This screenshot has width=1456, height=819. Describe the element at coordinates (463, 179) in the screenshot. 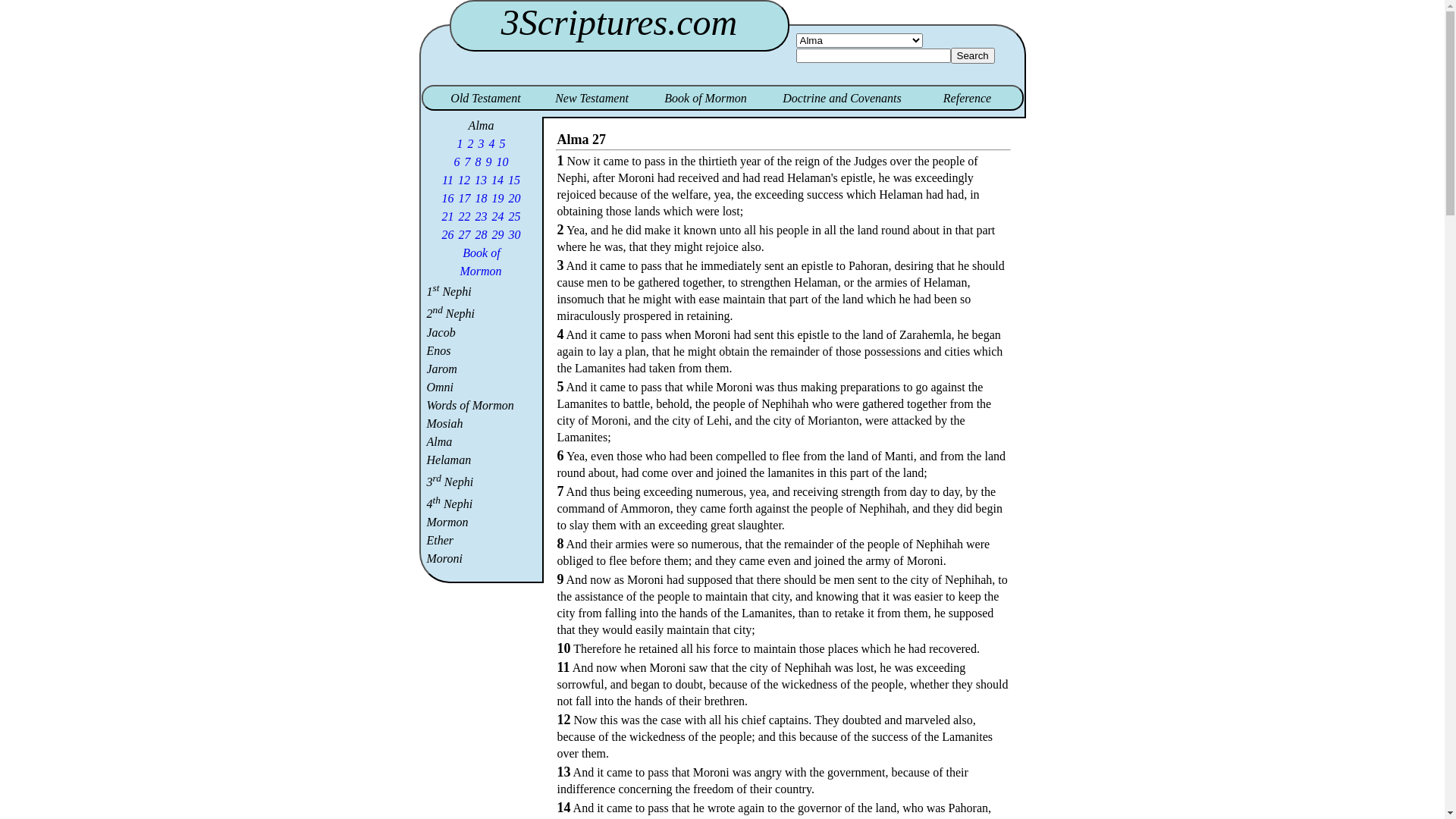

I see `'12'` at that location.